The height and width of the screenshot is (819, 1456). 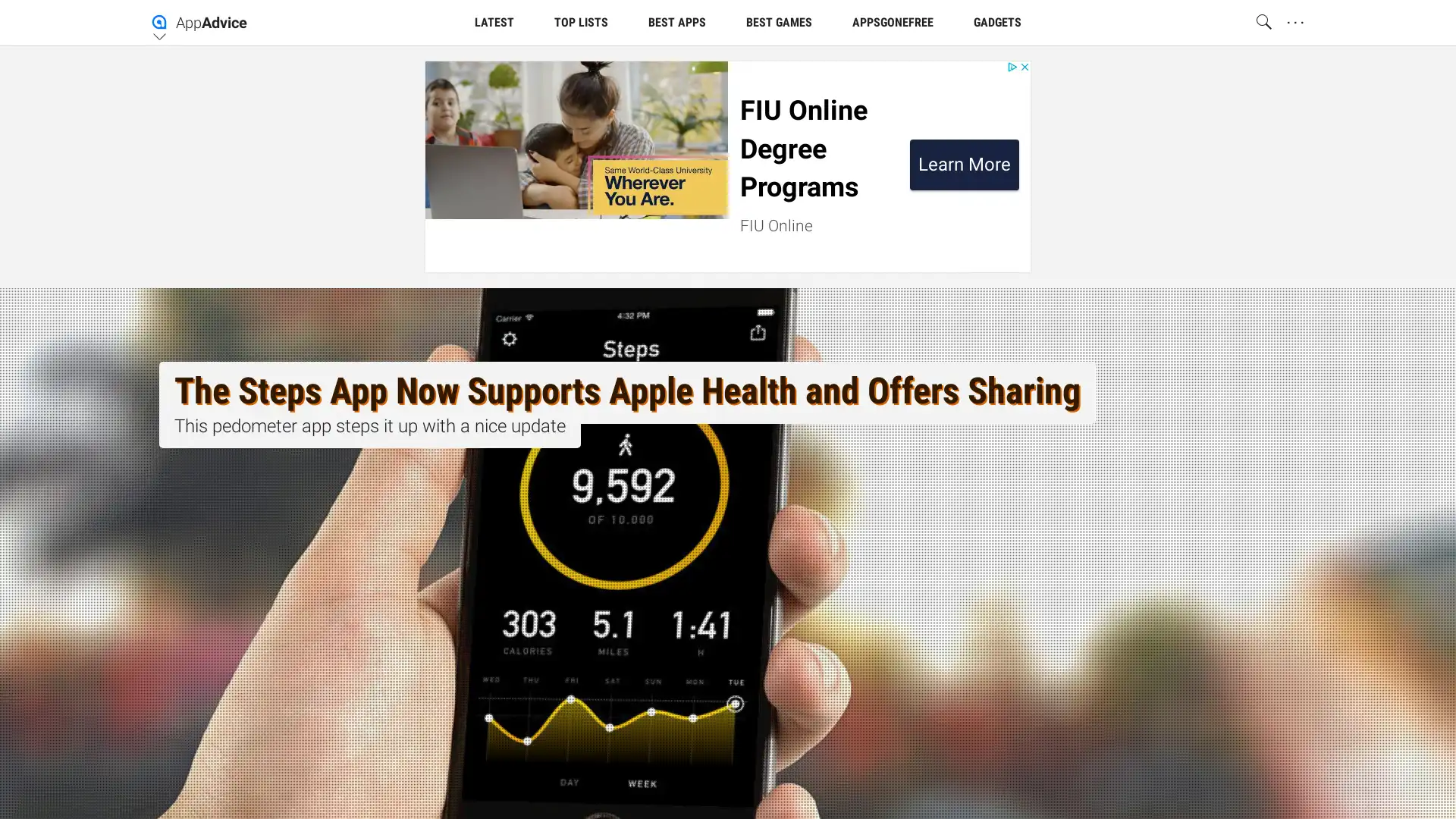 I want to click on Collections, so click(x=615, y=143).